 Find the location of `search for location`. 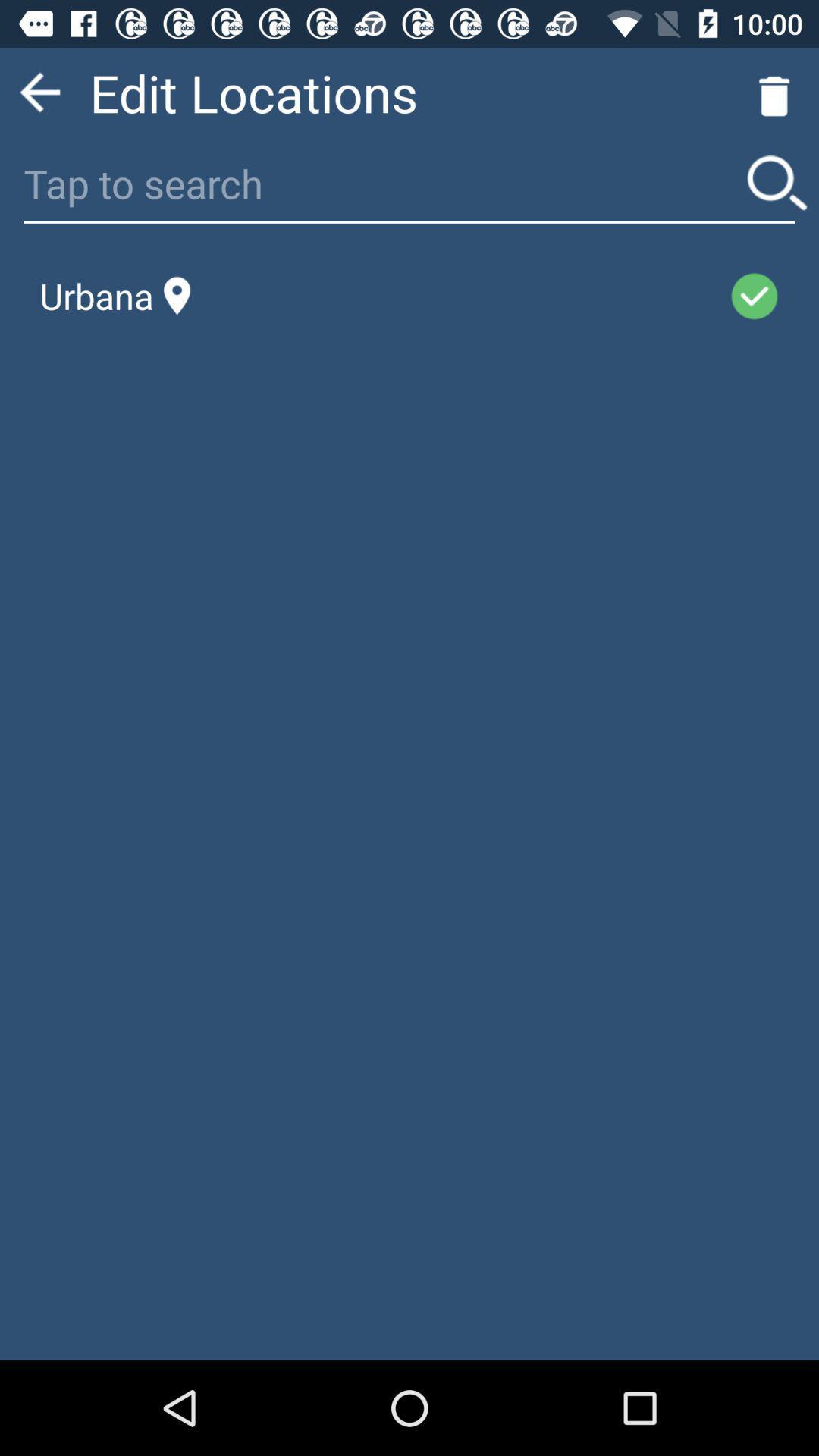

search for location is located at coordinates (777, 182).